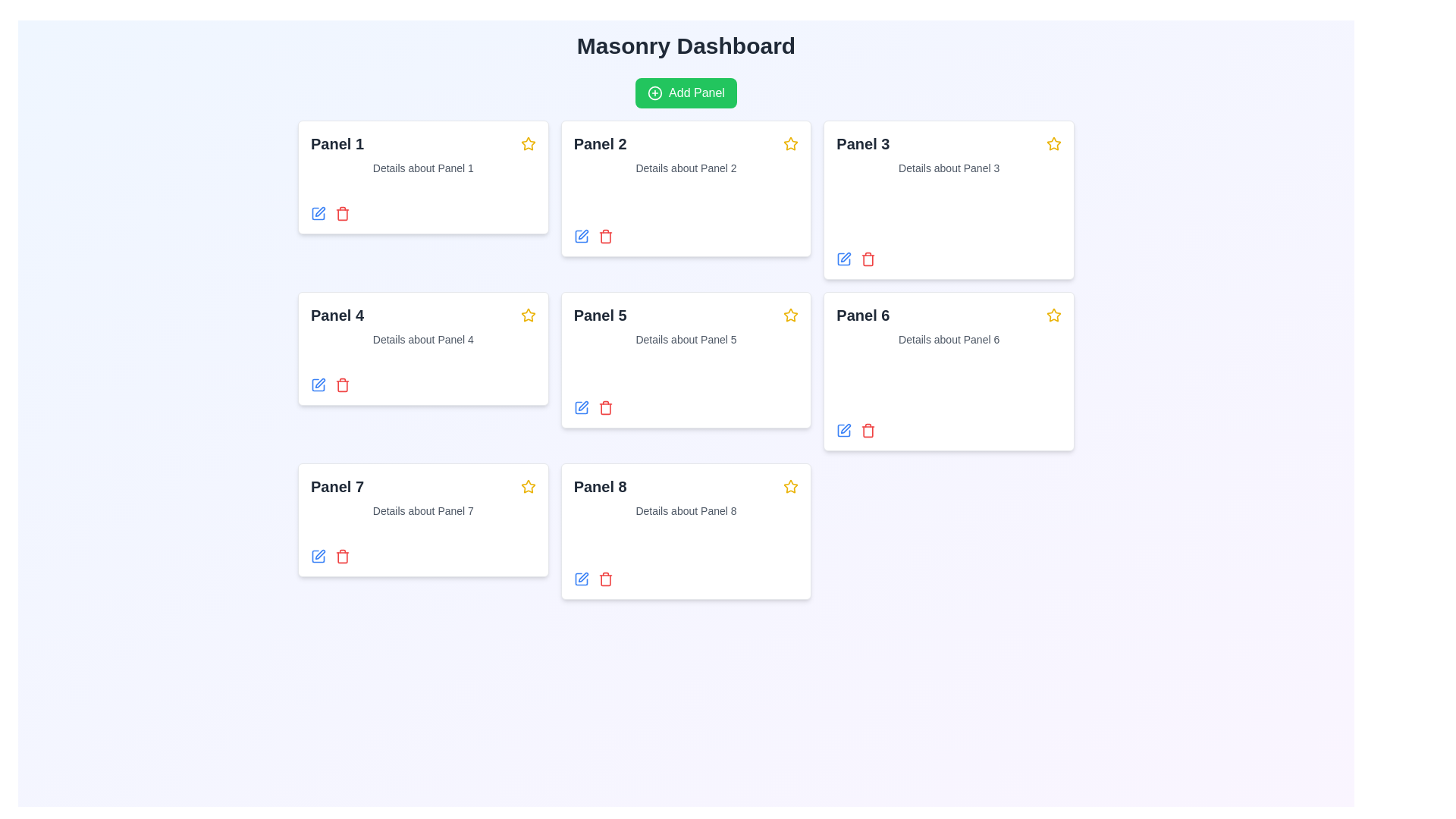 The width and height of the screenshot is (1456, 819). Describe the element at coordinates (319, 212) in the screenshot. I see `the small pen-shaped icon within the SVG graphic in the top-left corner of 'Panel 7' to initiate an edit operation` at that location.